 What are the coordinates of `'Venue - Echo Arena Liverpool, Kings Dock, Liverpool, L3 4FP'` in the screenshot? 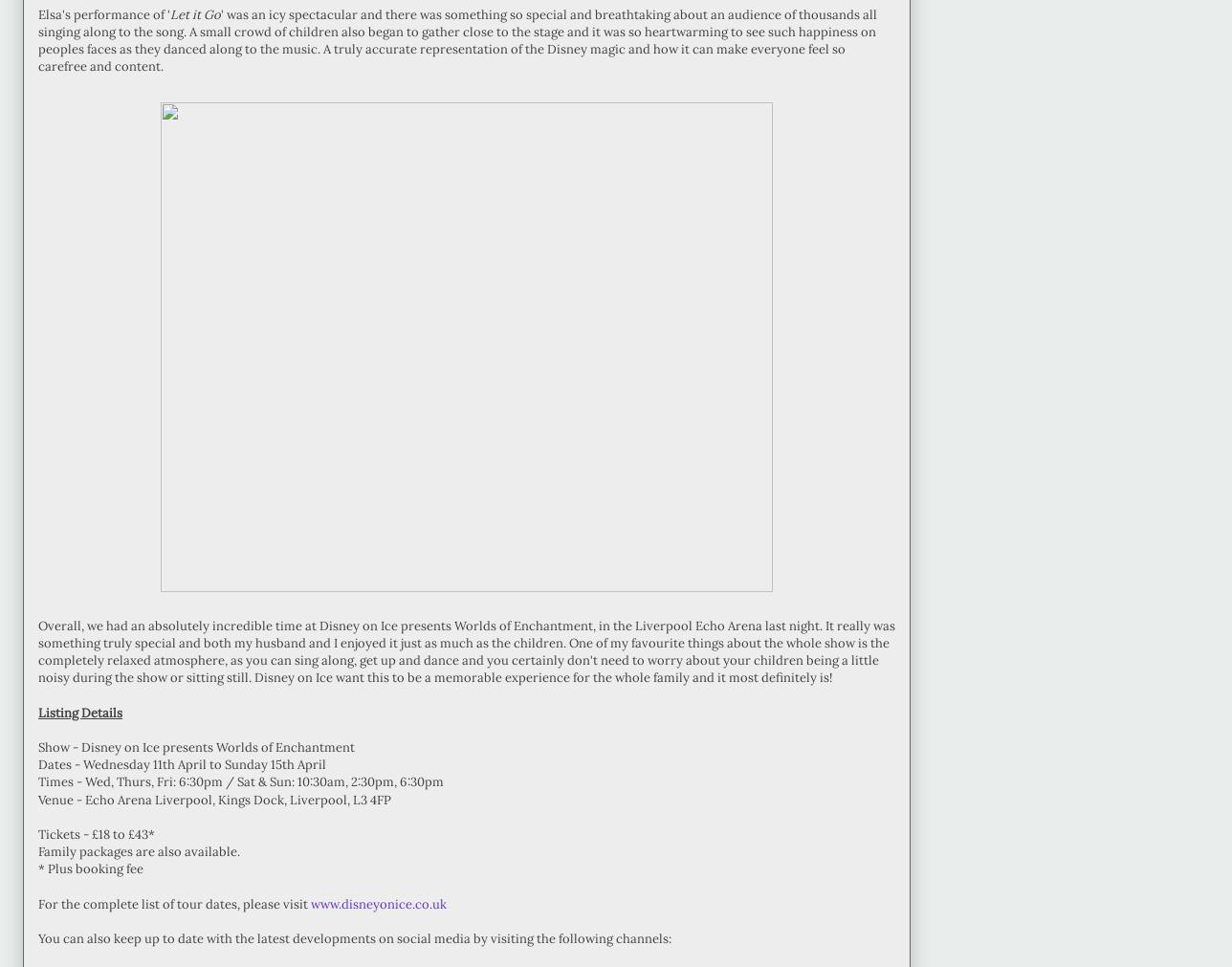 It's located at (38, 798).